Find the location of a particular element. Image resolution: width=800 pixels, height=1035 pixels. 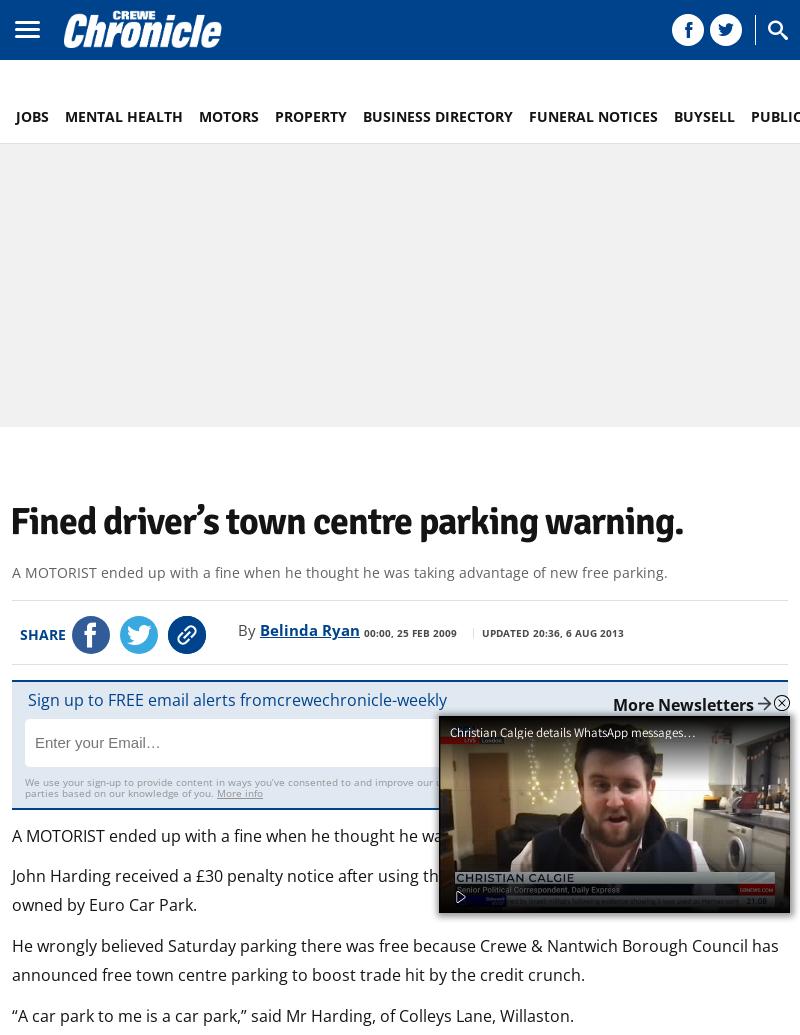

'crewechronicle' is located at coordinates (334, 698).